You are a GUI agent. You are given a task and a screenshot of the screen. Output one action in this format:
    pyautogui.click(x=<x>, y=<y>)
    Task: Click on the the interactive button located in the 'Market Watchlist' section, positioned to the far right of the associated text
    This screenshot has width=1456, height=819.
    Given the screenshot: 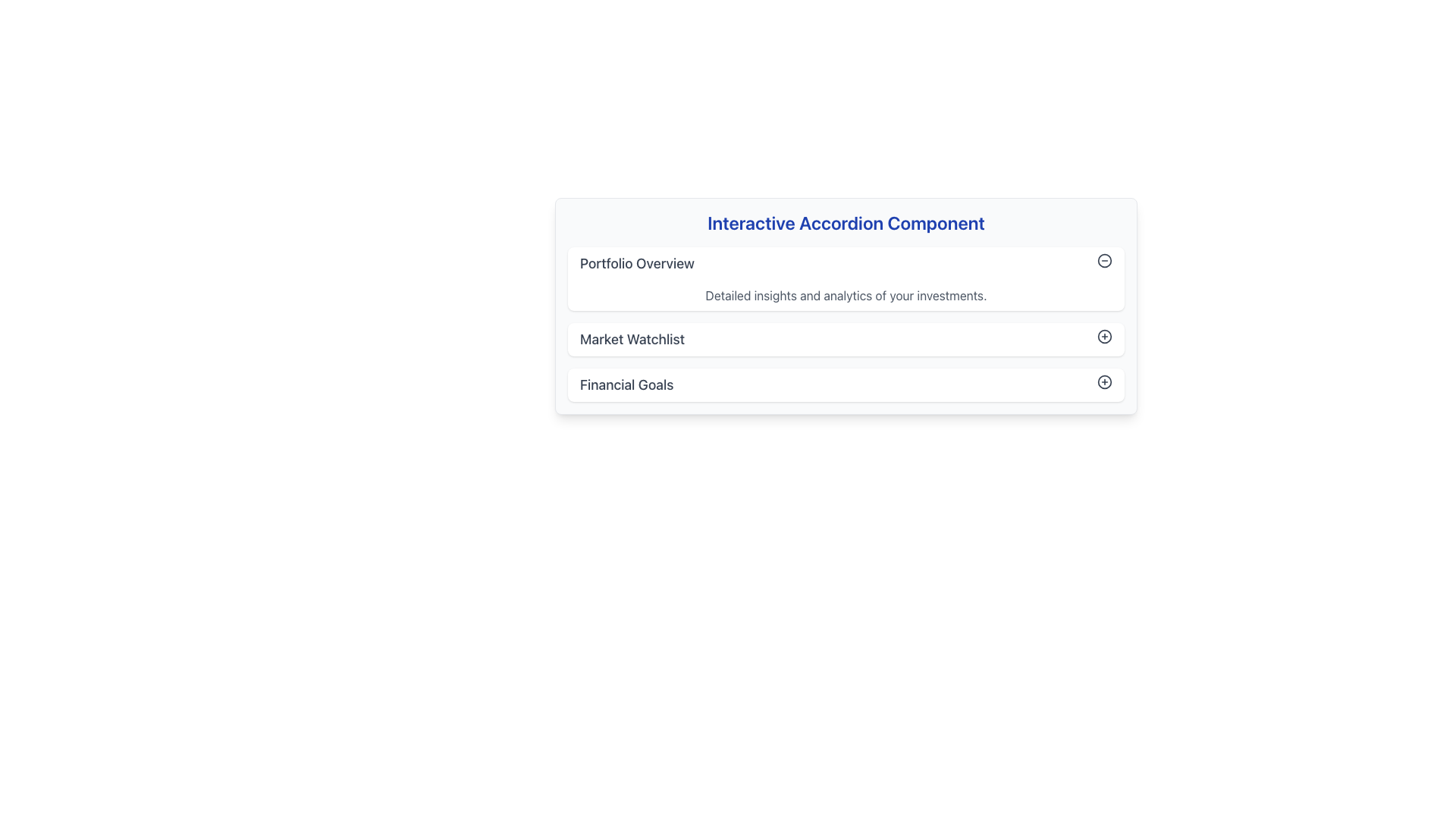 What is the action you would take?
    pyautogui.click(x=1105, y=335)
    